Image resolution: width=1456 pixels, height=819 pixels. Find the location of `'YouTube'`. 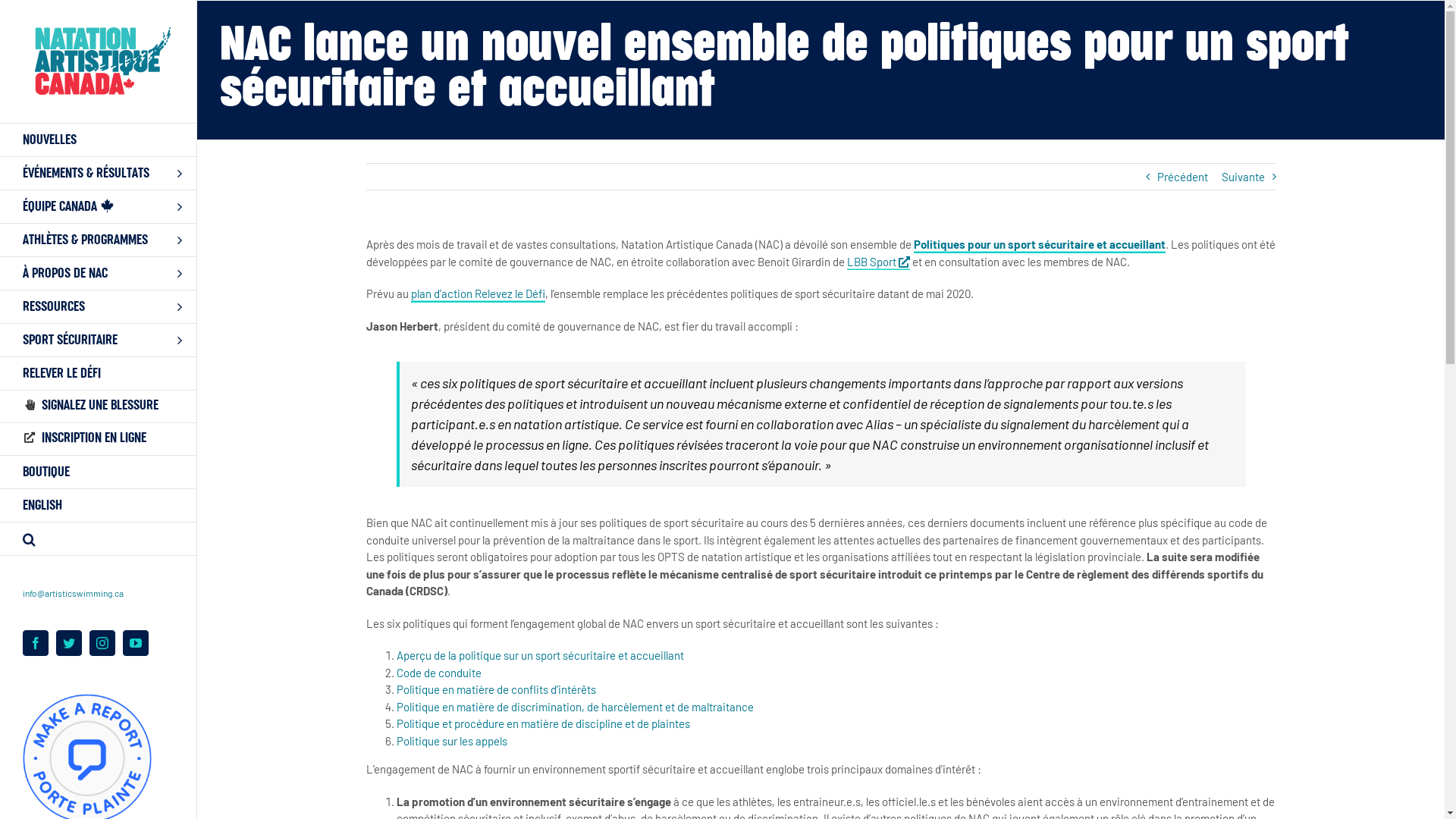

'YouTube' is located at coordinates (123, 643).